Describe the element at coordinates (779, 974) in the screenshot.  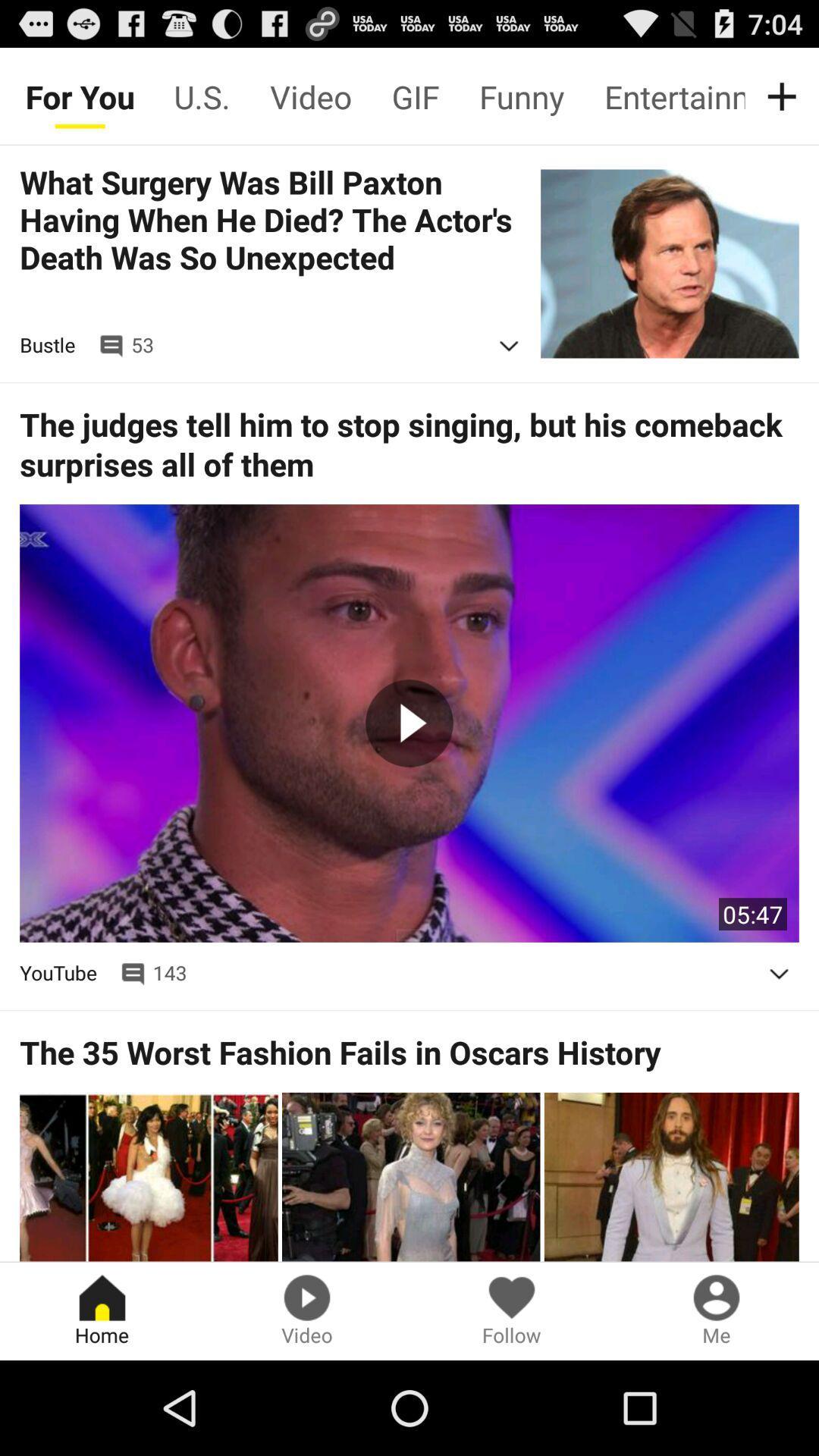
I see `read description` at that location.